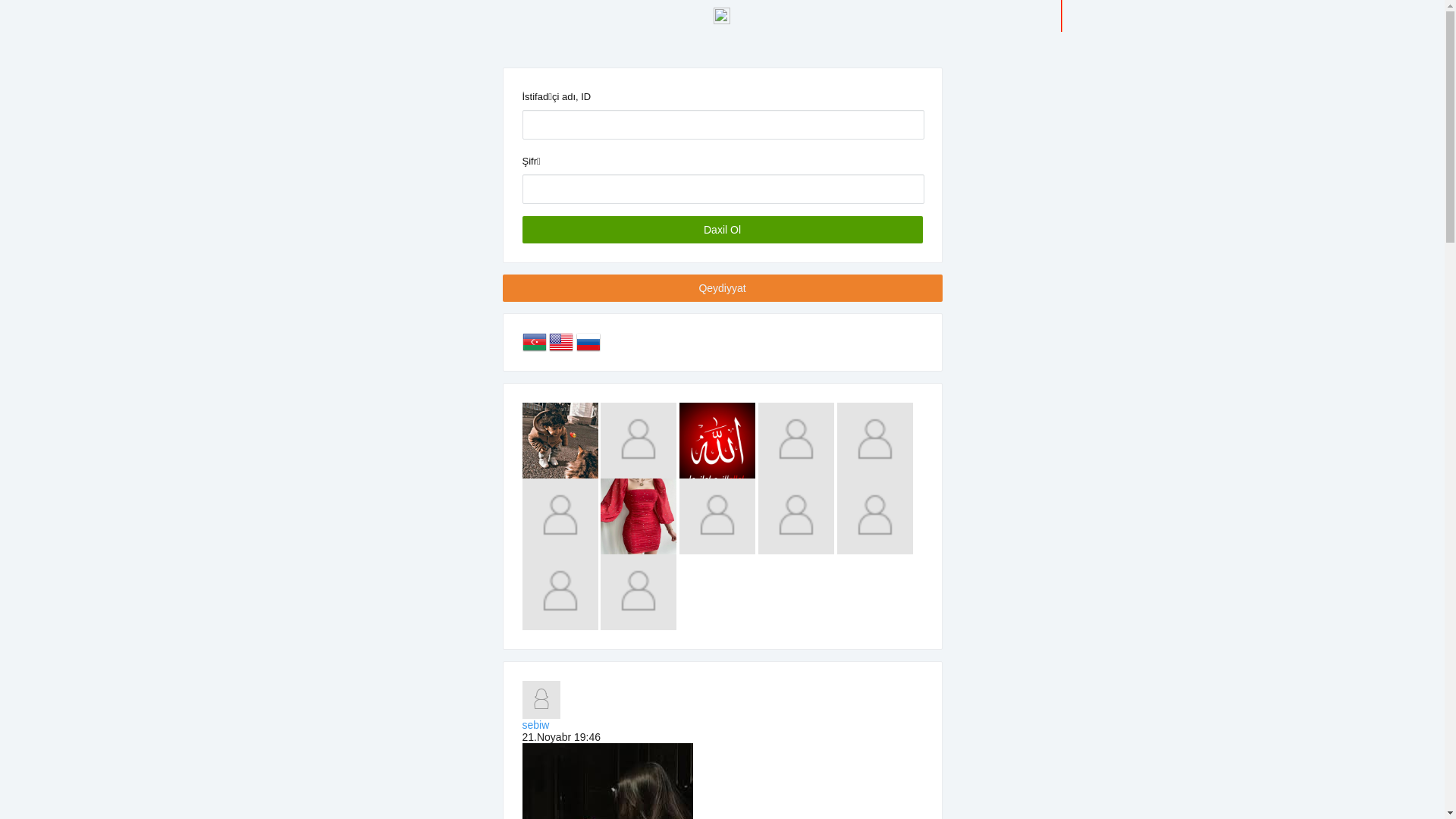 The height and width of the screenshot is (819, 1456). I want to click on 'Qeydiyyat', so click(720, 288).